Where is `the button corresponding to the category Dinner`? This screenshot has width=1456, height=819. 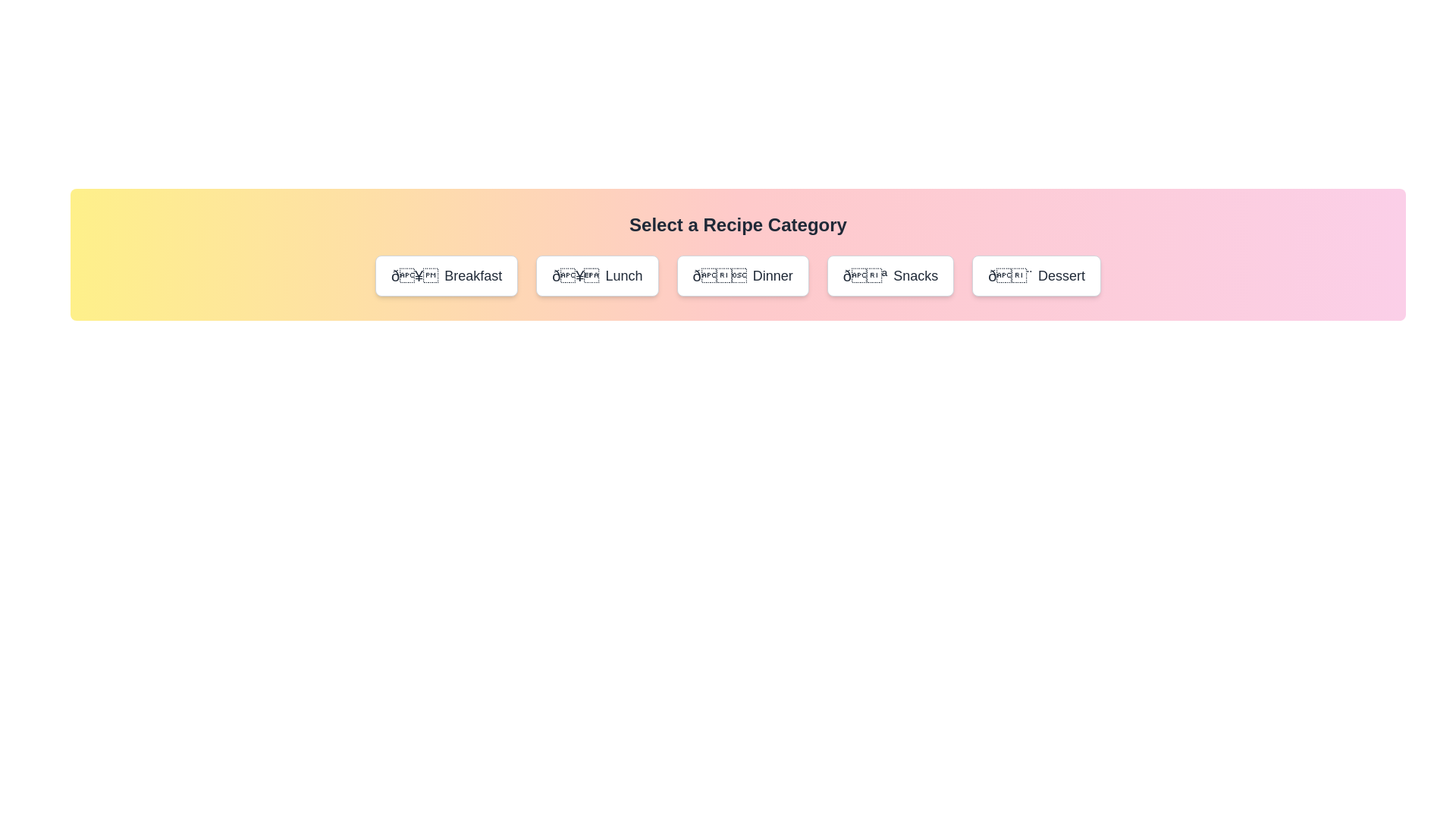
the button corresponding to the category Dinner is located at coordinates (742, 275).